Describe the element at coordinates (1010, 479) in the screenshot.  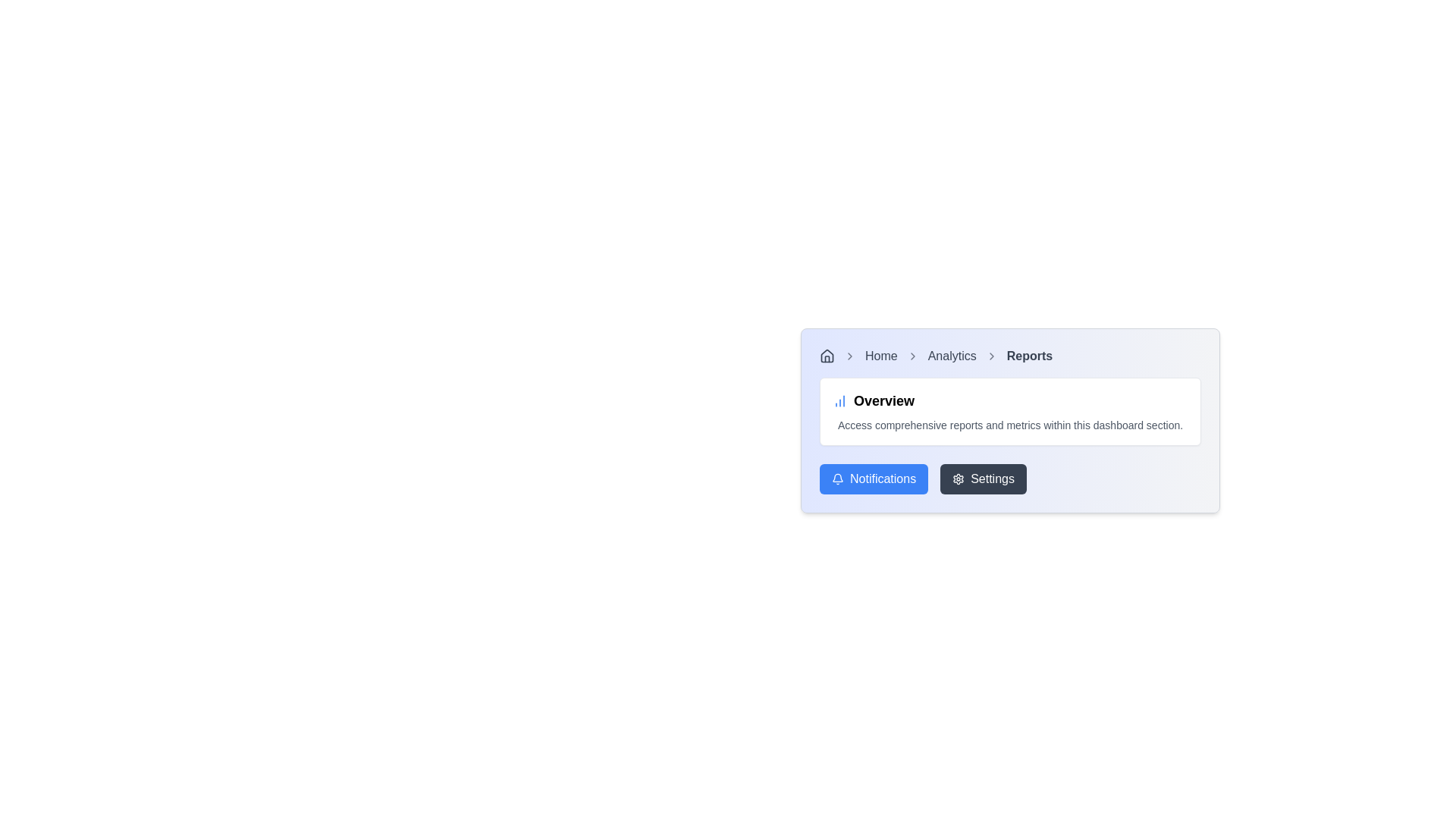
I see `the dark button labeled 'Settings' with a gear icon` at that location.